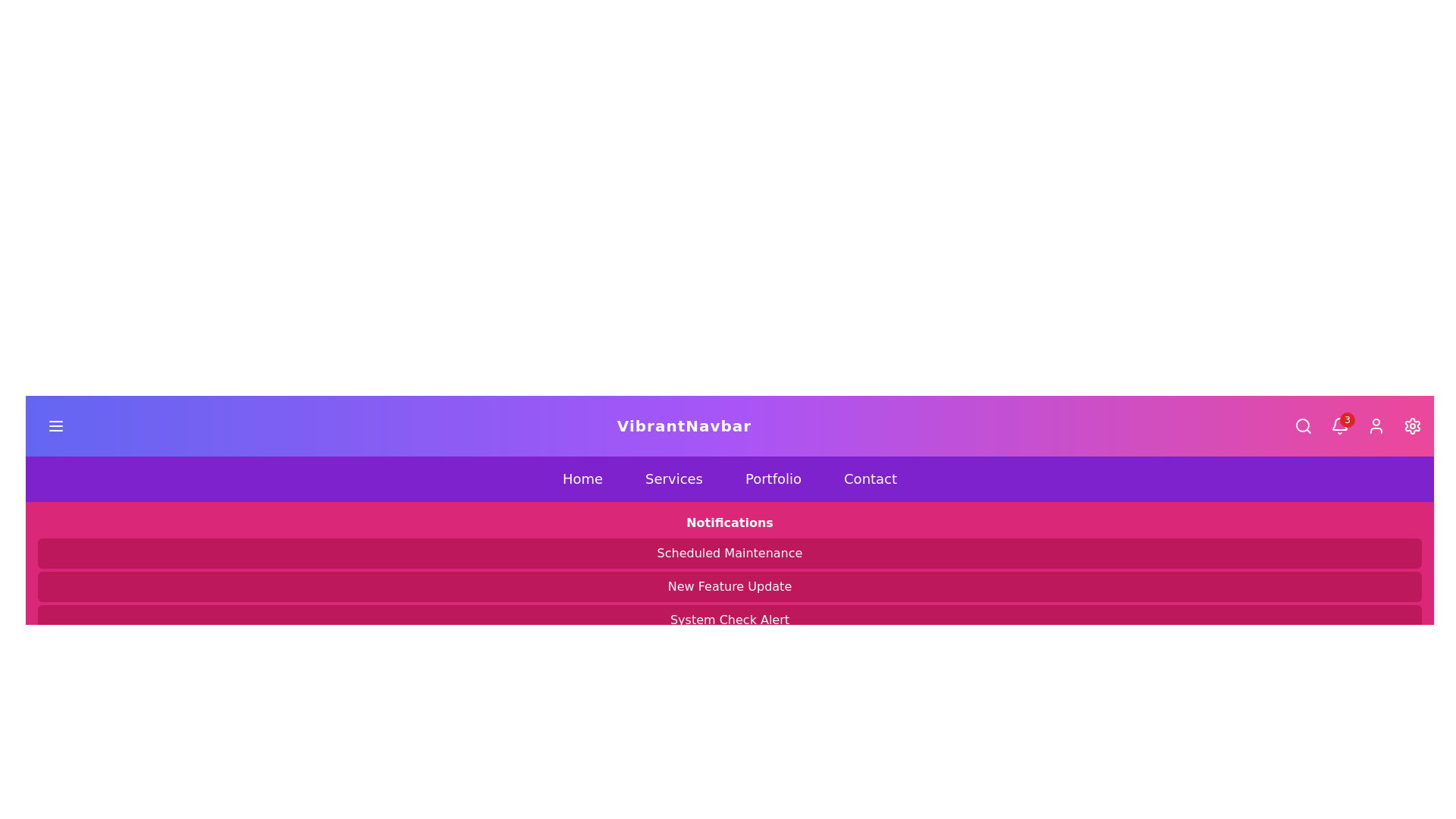 Image resolution: width=1456 pixels, height=819 pixels. Describe the element at coordinates (730, 426) in the screenshot. I see `the interactive elements of the Navigation bar, which includes the hamburger menu icon, the title 'VibrantNavbar', and the action icons on the right` at that location.